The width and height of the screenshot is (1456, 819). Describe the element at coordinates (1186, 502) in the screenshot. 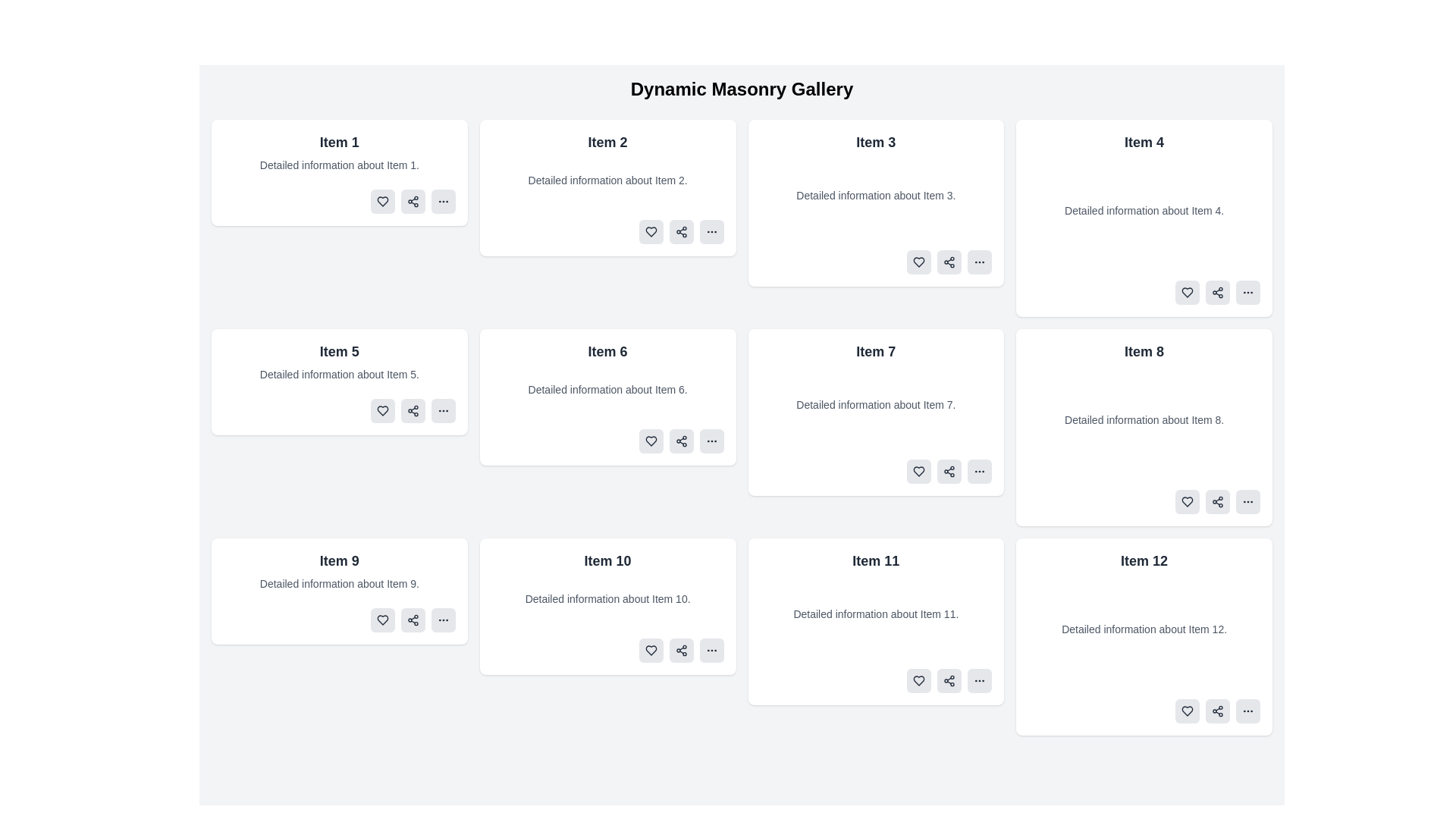

I see `the heart-shaped icon button located at the bottom-right corner of the card labeled 'Item 8' to like or unlike the associated item` at that location.